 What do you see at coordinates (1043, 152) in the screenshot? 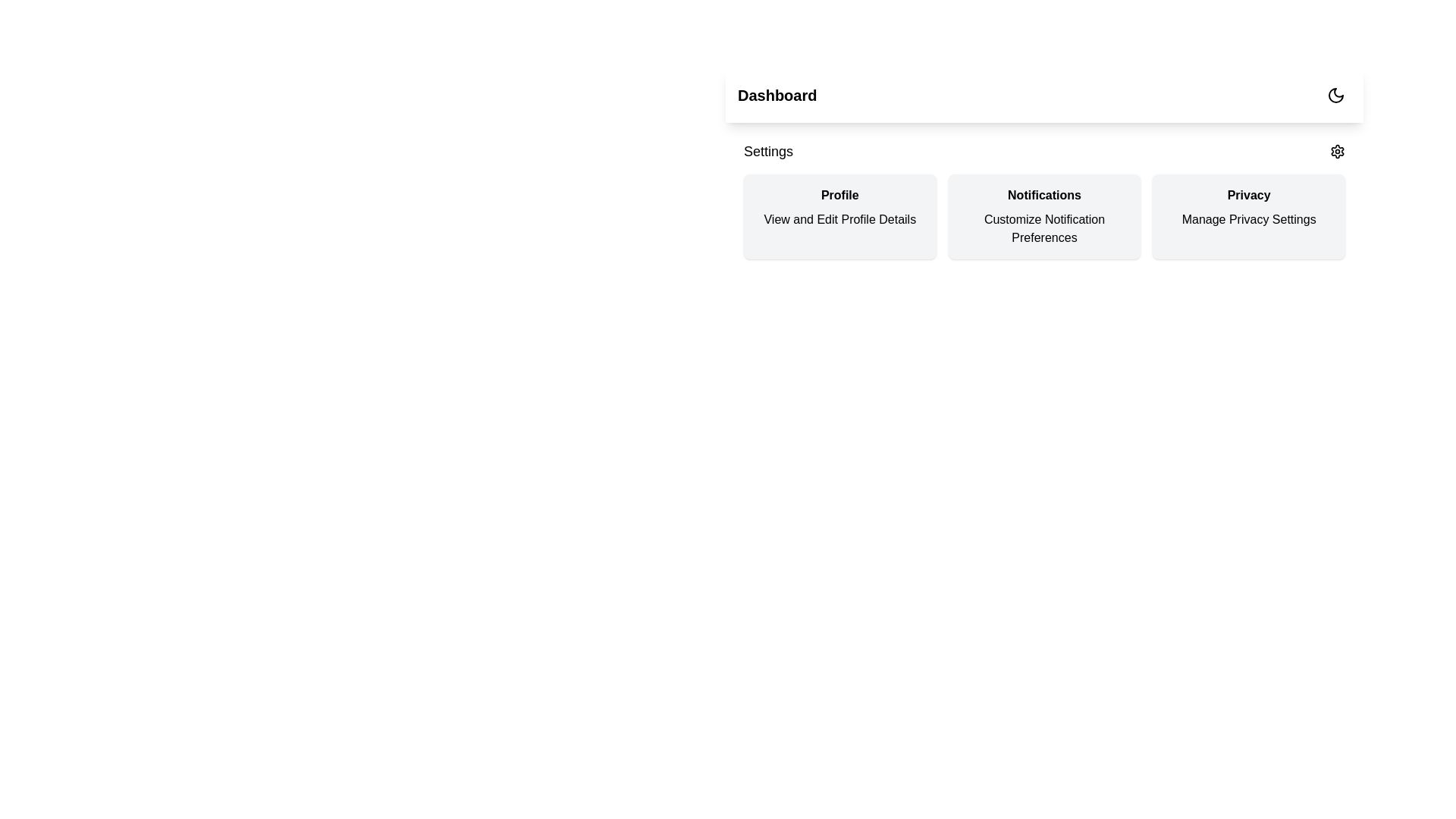
I see `Title bar located beneath the 'Dashboard' header, which indicates the settings or configuration options available below it` at bounding box center [1043, 152].